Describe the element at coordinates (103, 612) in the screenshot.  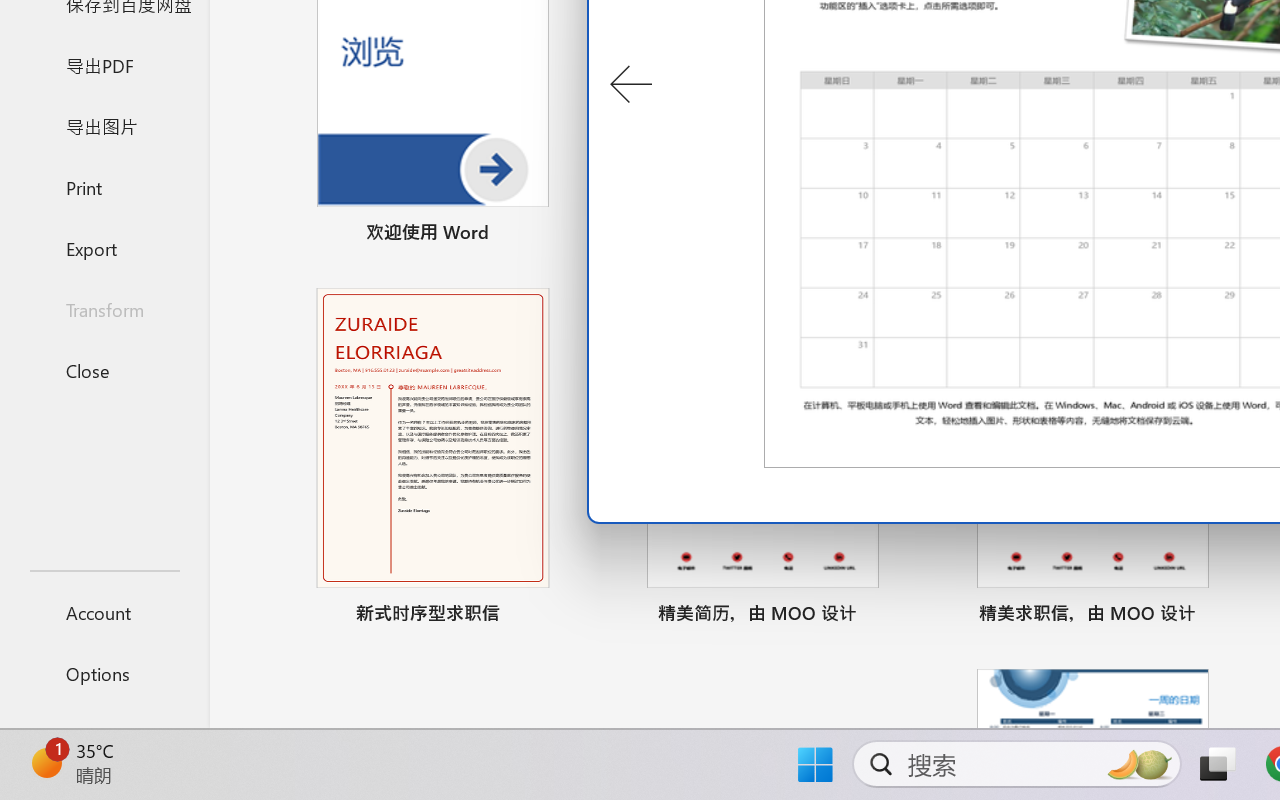
I see `'Account'` at that location.